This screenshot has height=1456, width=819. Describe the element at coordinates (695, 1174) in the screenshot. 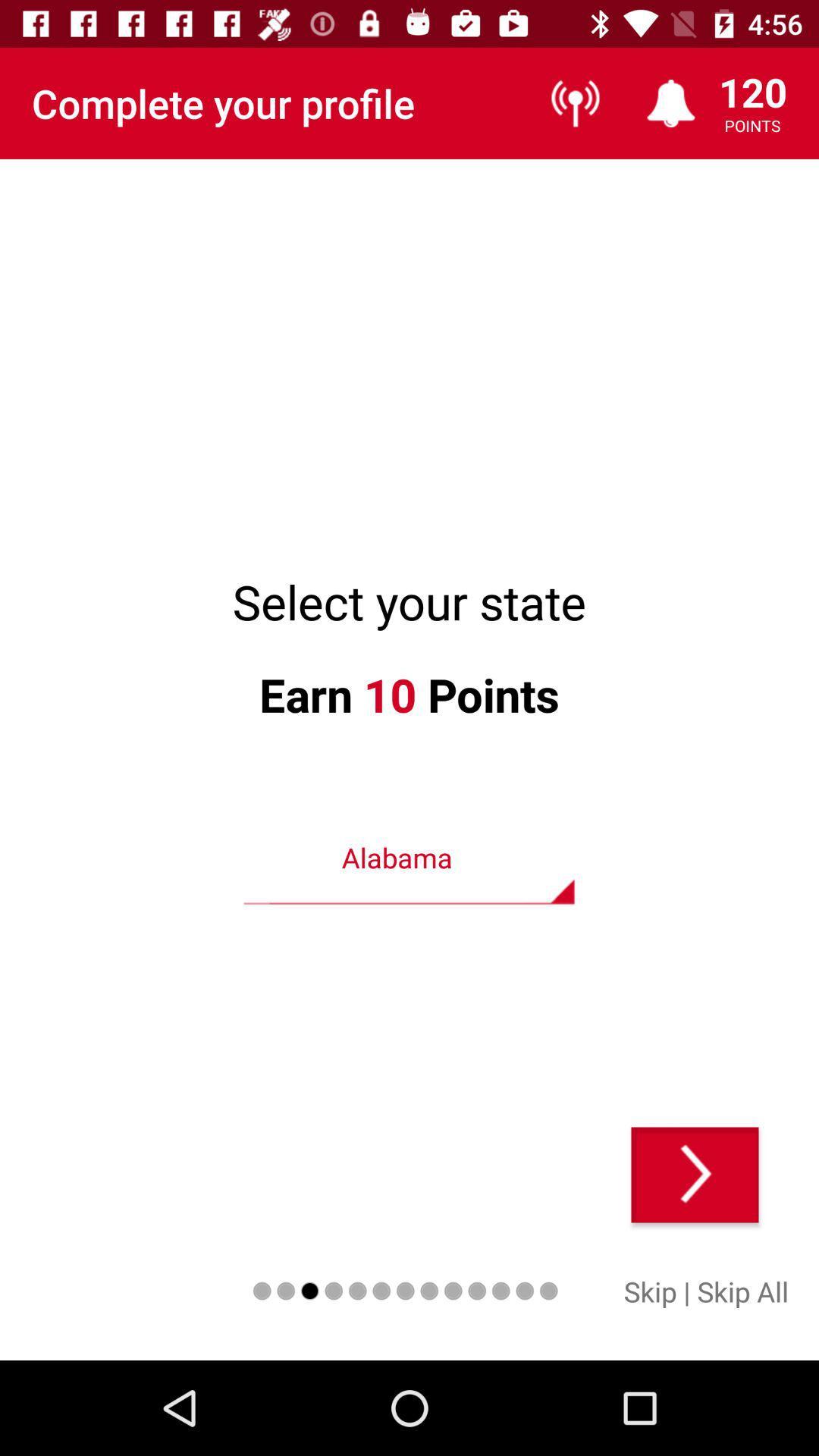

I see `item below points` at that location.